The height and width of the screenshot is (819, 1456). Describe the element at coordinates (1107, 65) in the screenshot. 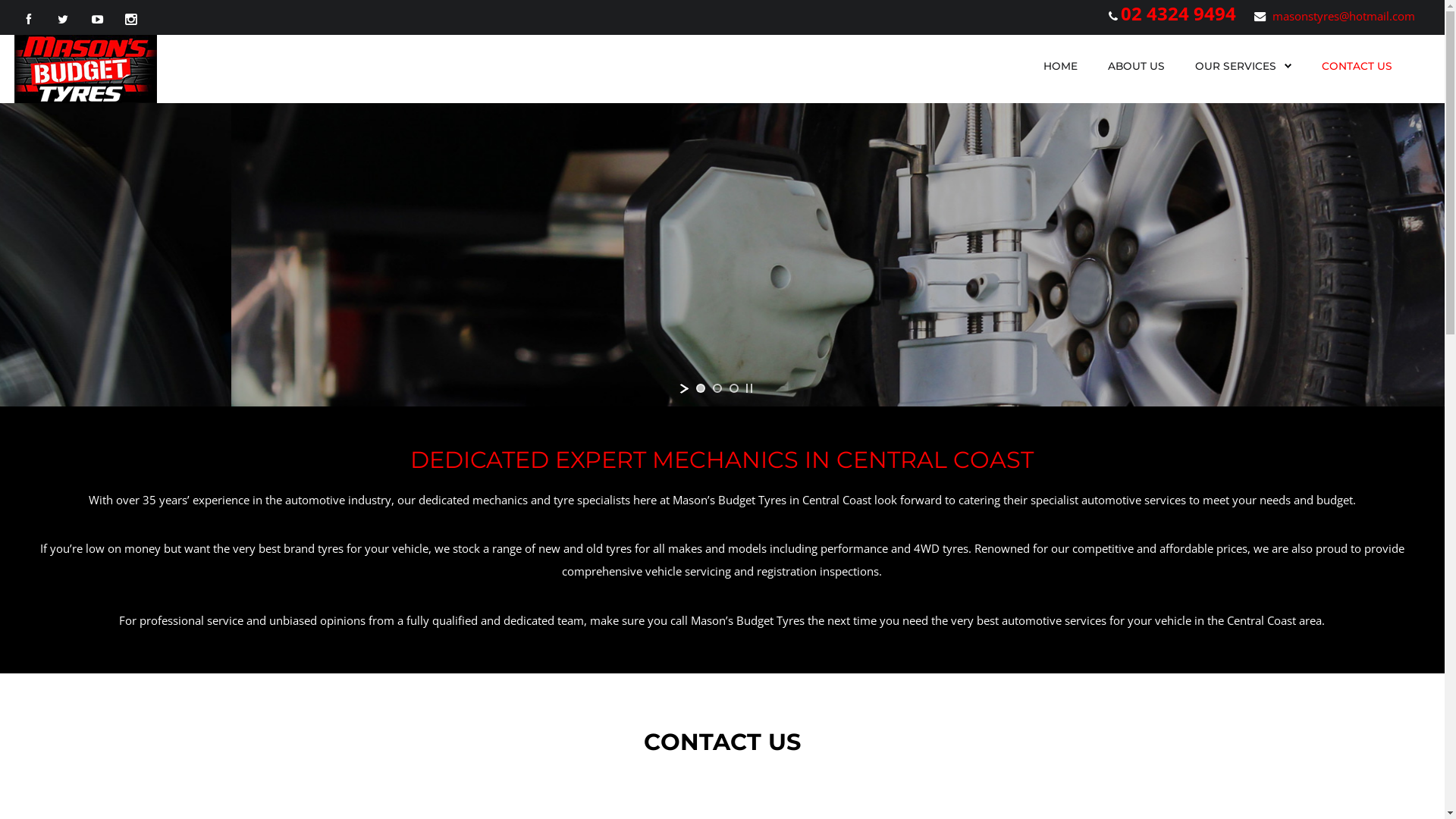

I see `'ABOUT US'` at that location.